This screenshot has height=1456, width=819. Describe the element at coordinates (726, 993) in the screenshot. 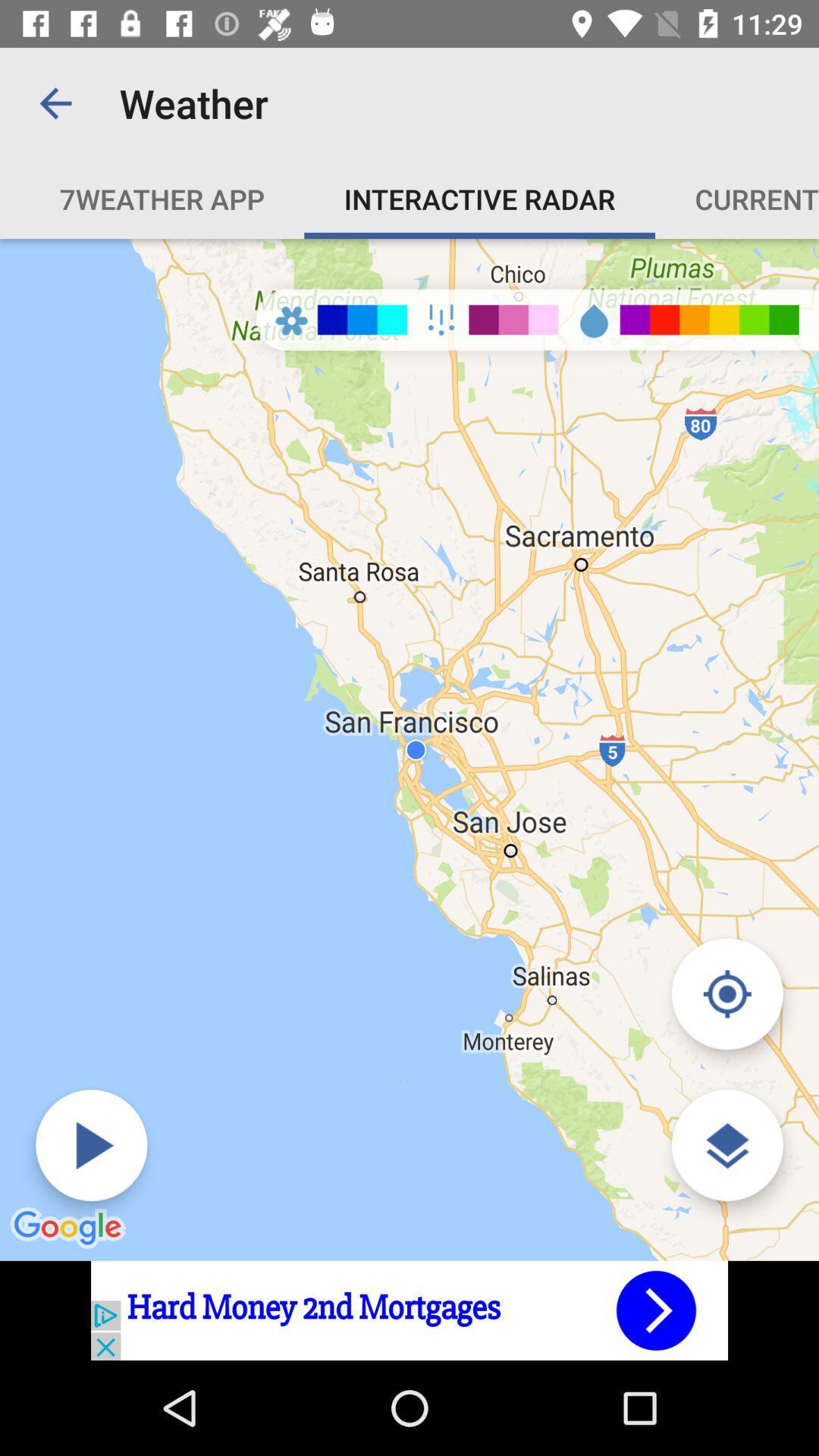

I see `change view mode` at that location.